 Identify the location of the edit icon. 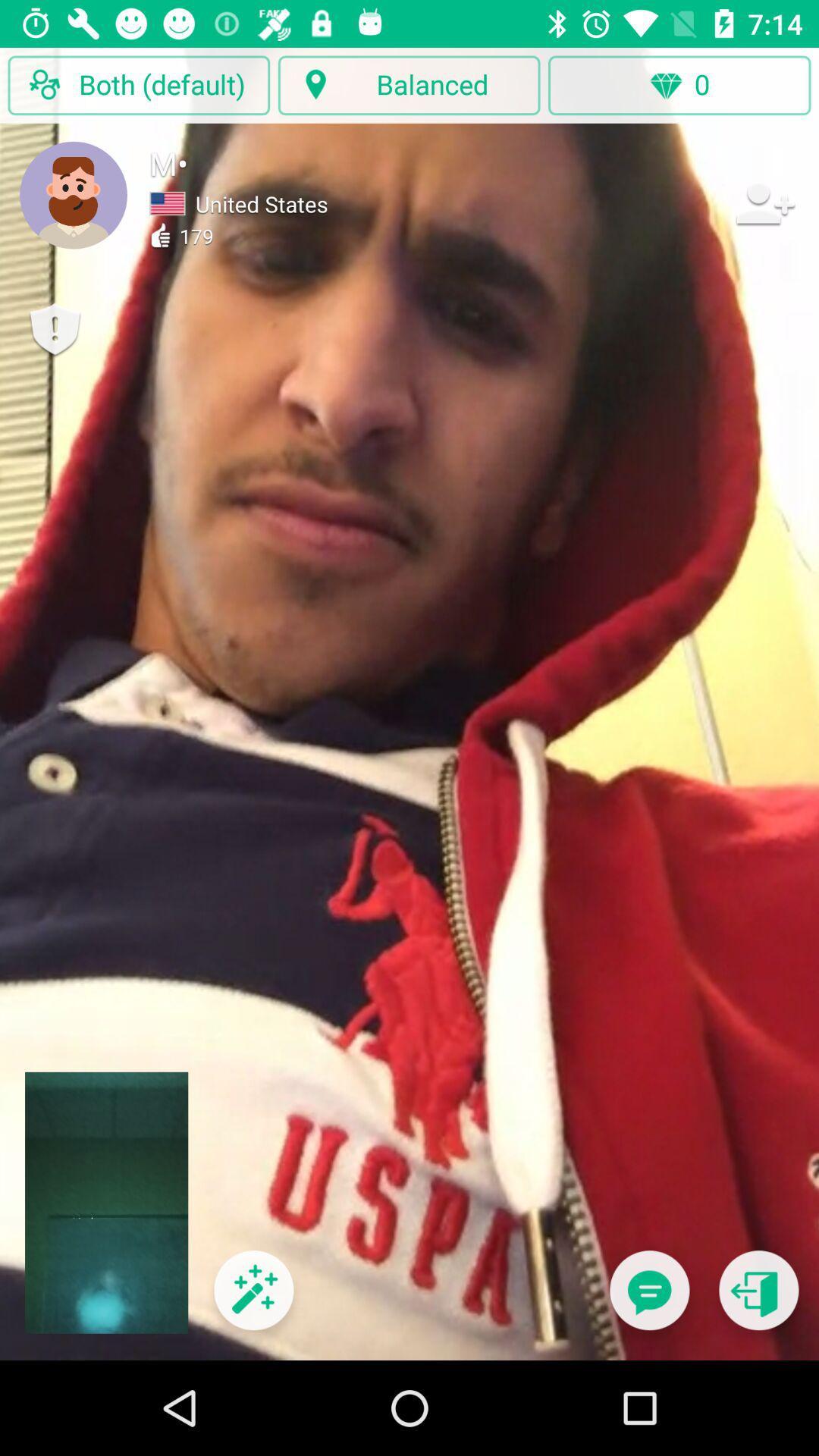
(253, 1299).